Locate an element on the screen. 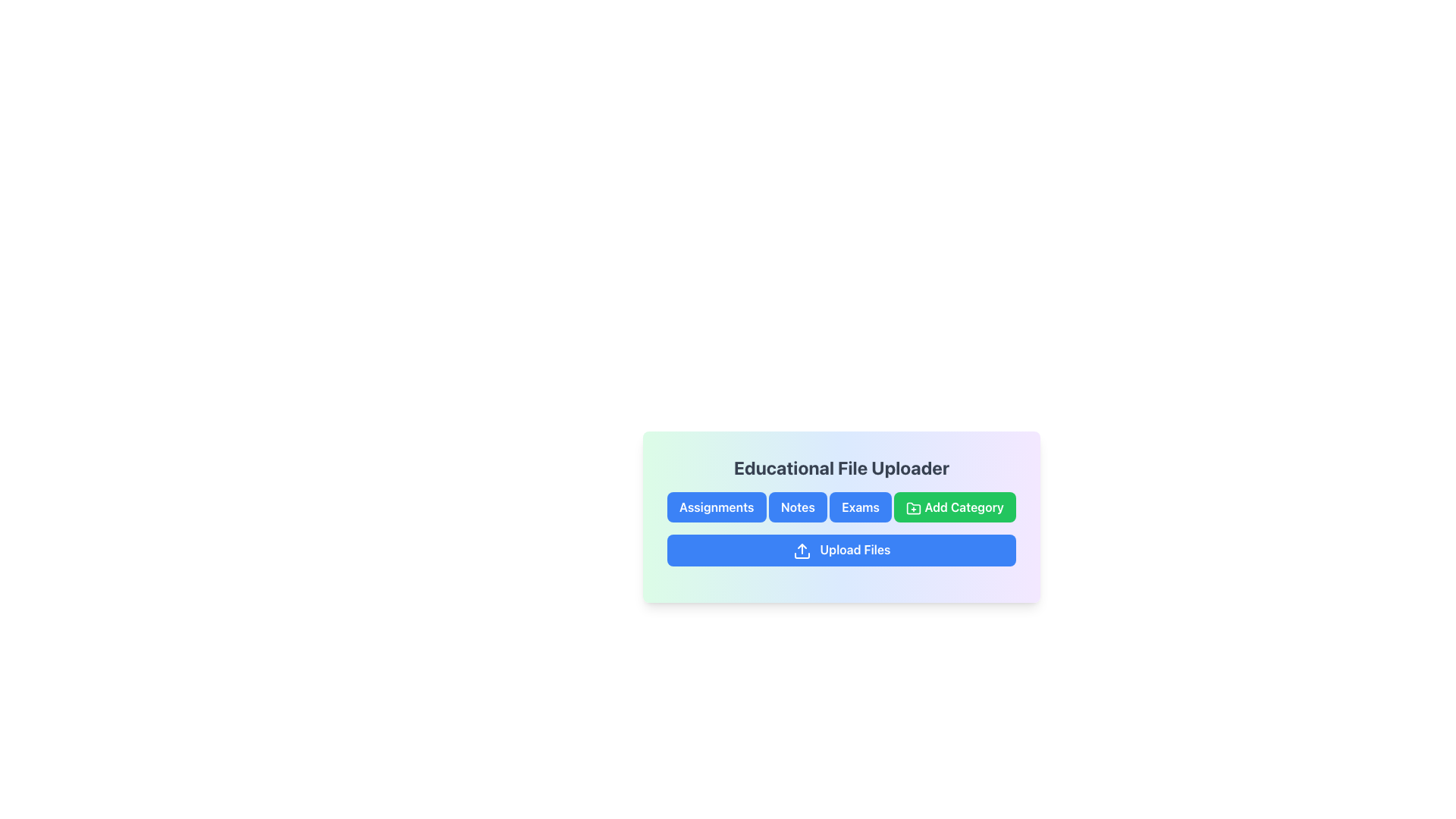  the upload files icon located to the left of the 'Upload Files' text within the 'Upload Files' button component under the 'Educational File Uploader' heading is located at coordinates (801, 551).